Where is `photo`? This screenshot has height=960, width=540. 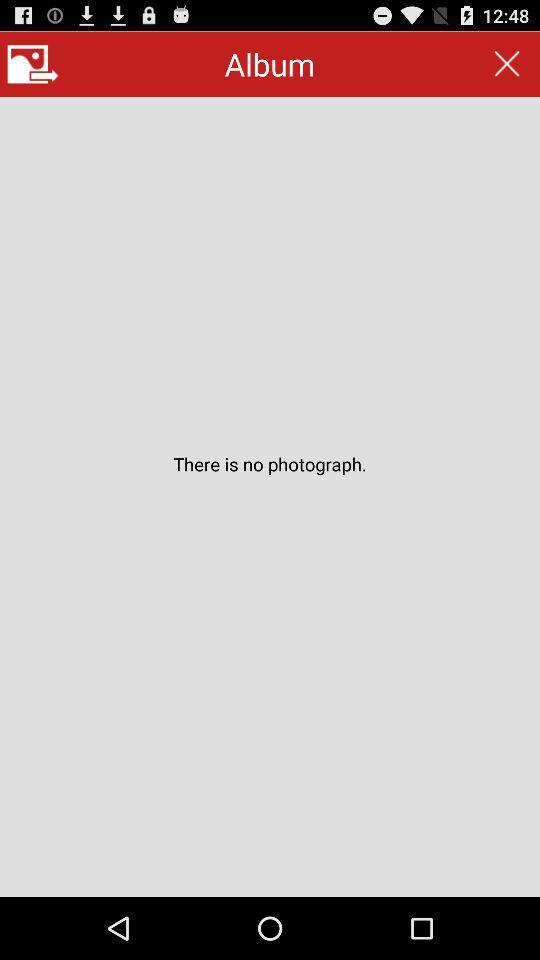 photo is located at coordinates (31, 64).